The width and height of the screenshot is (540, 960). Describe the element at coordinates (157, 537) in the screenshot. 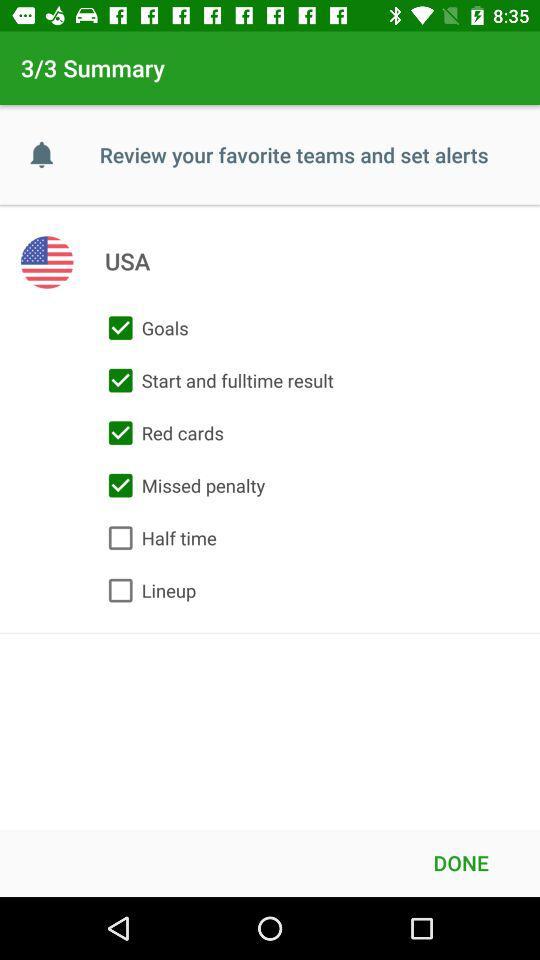

I see `the half time item` at that location.